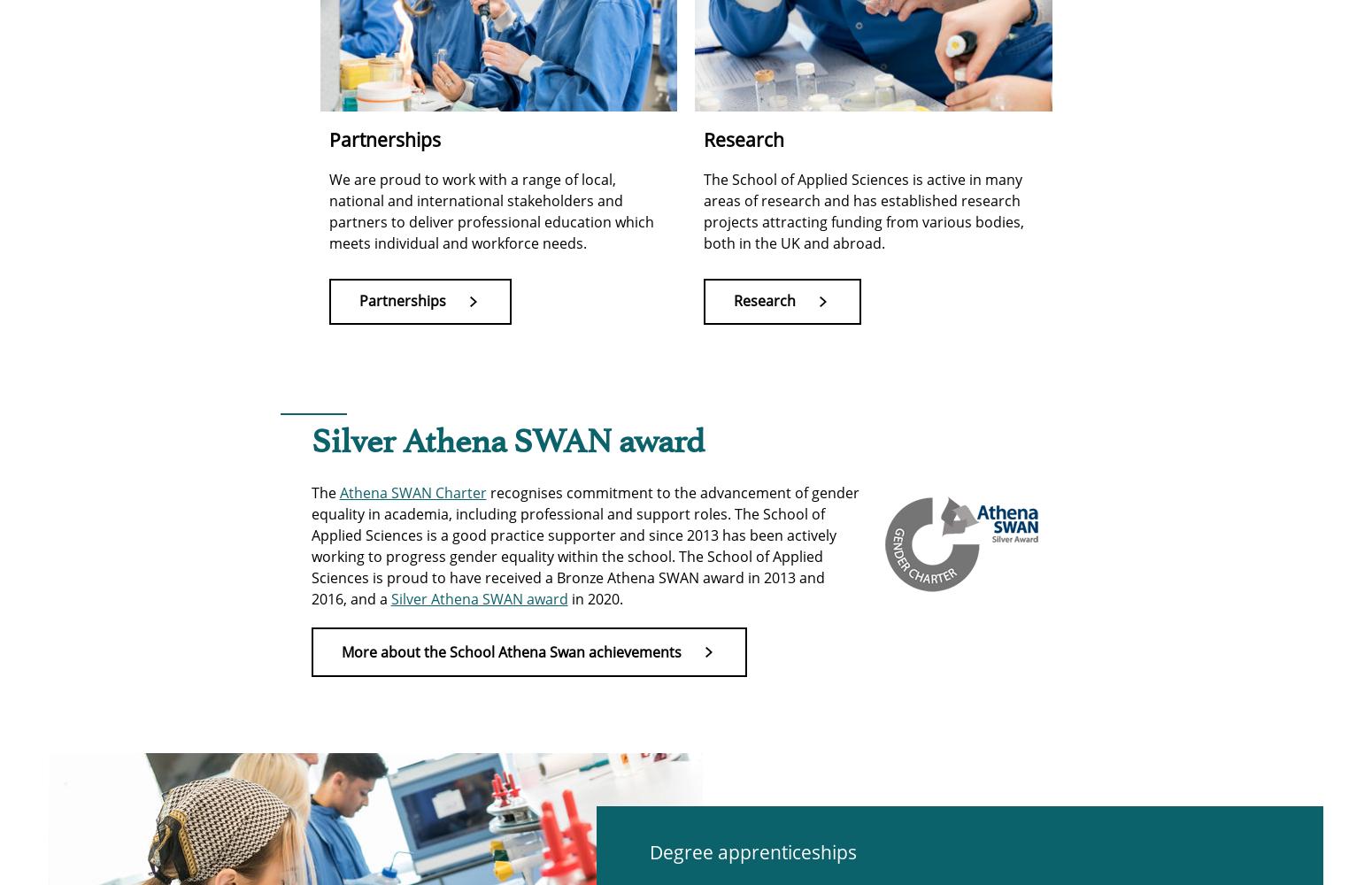 This screenshot has height=885, width=1372. Describe the element at coordinates (412, 492) in the screenshot. I see `'Athena SWAN Charter'` at that location.